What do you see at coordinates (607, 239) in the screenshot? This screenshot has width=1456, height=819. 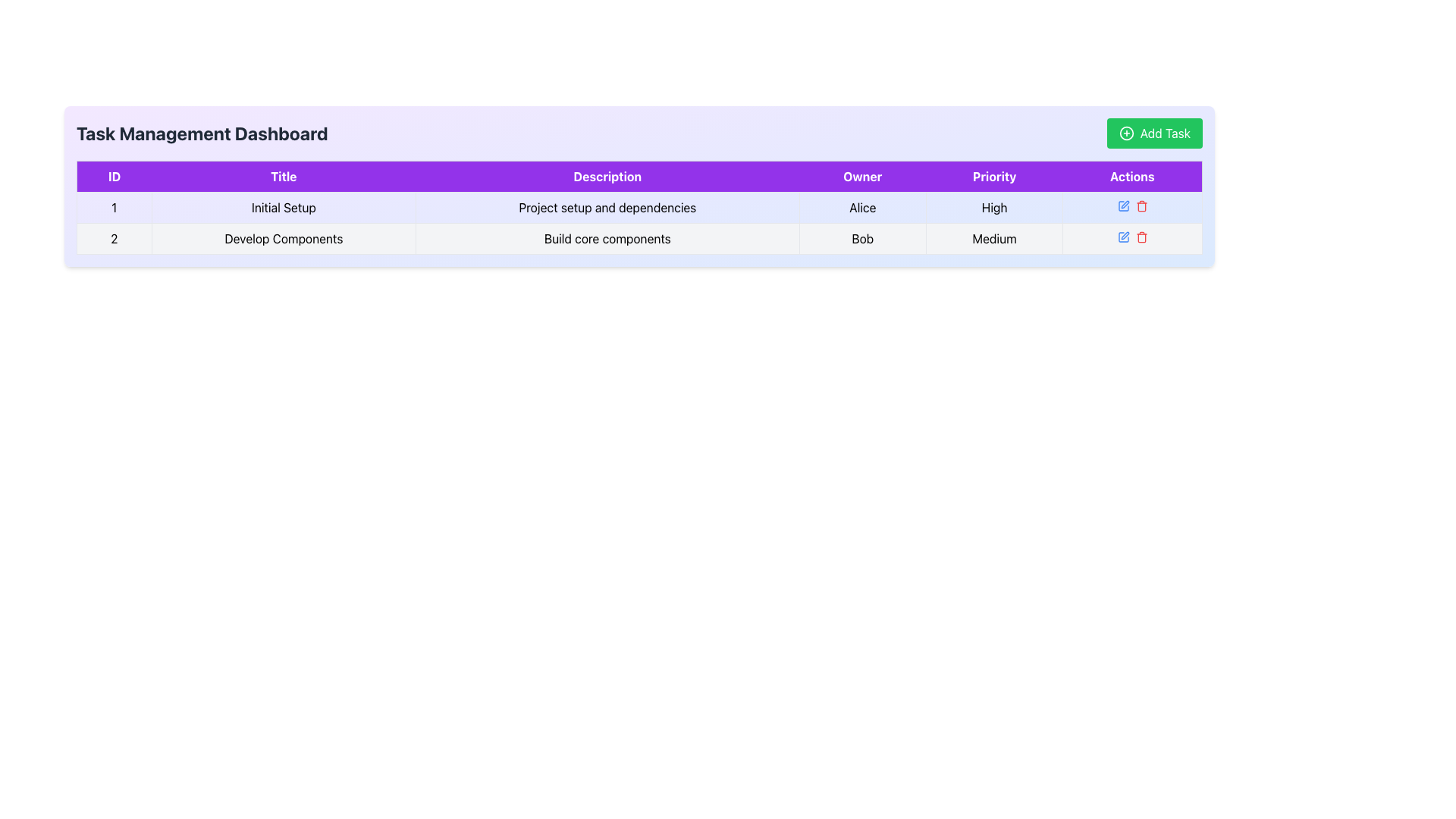 I see `the text element reading 'Build core components' located in the second row under the 'Description' column of the table` at bounding box center [607, 239].